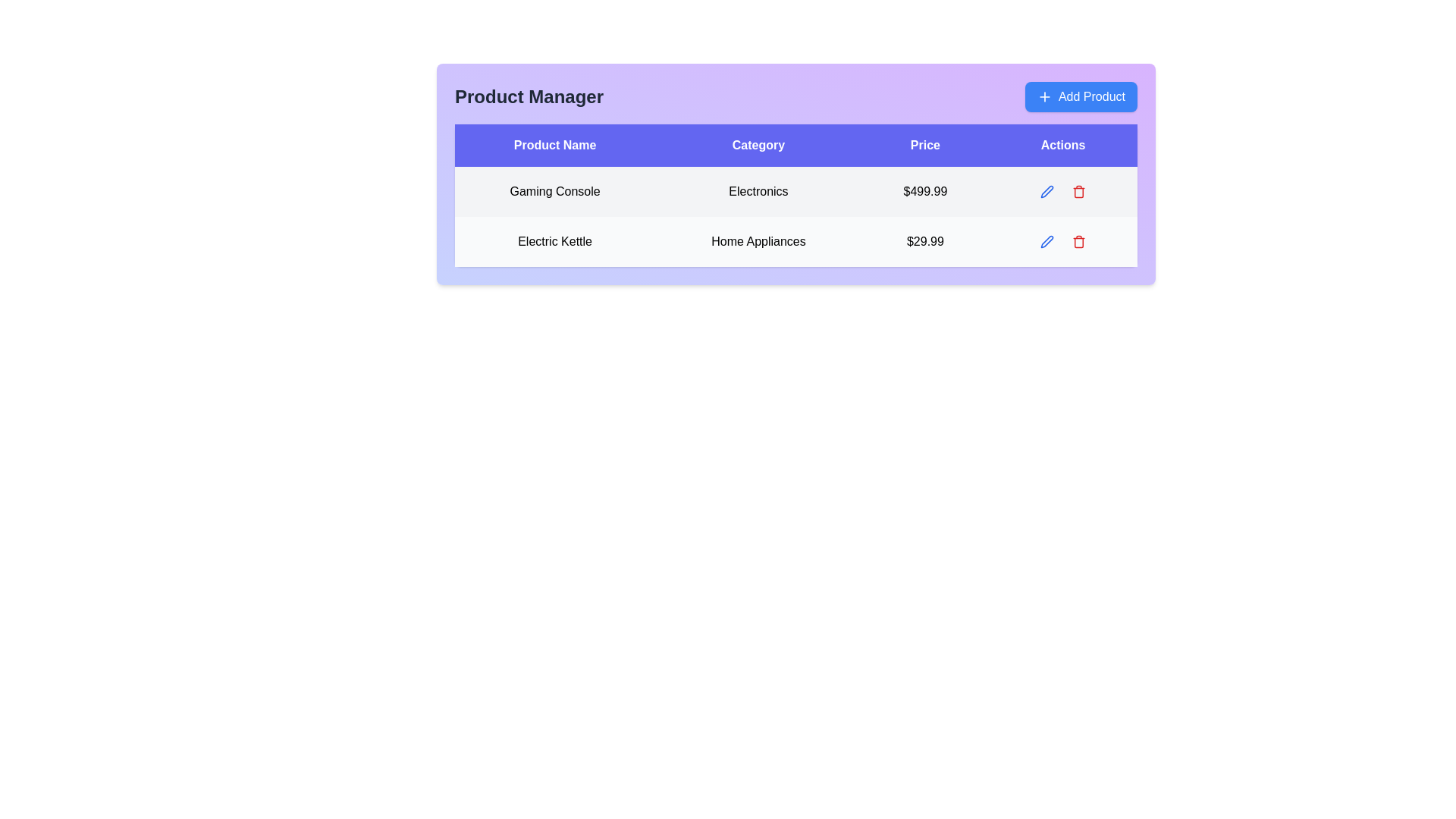 This screenshot has width=1456, height=819. What do you see at coordinates (554, 191) in the screenshot?
I see `the Text label that identifies the product in the first row under the 'Product Name' column of the product listing table` at bounding box center [554, 191].